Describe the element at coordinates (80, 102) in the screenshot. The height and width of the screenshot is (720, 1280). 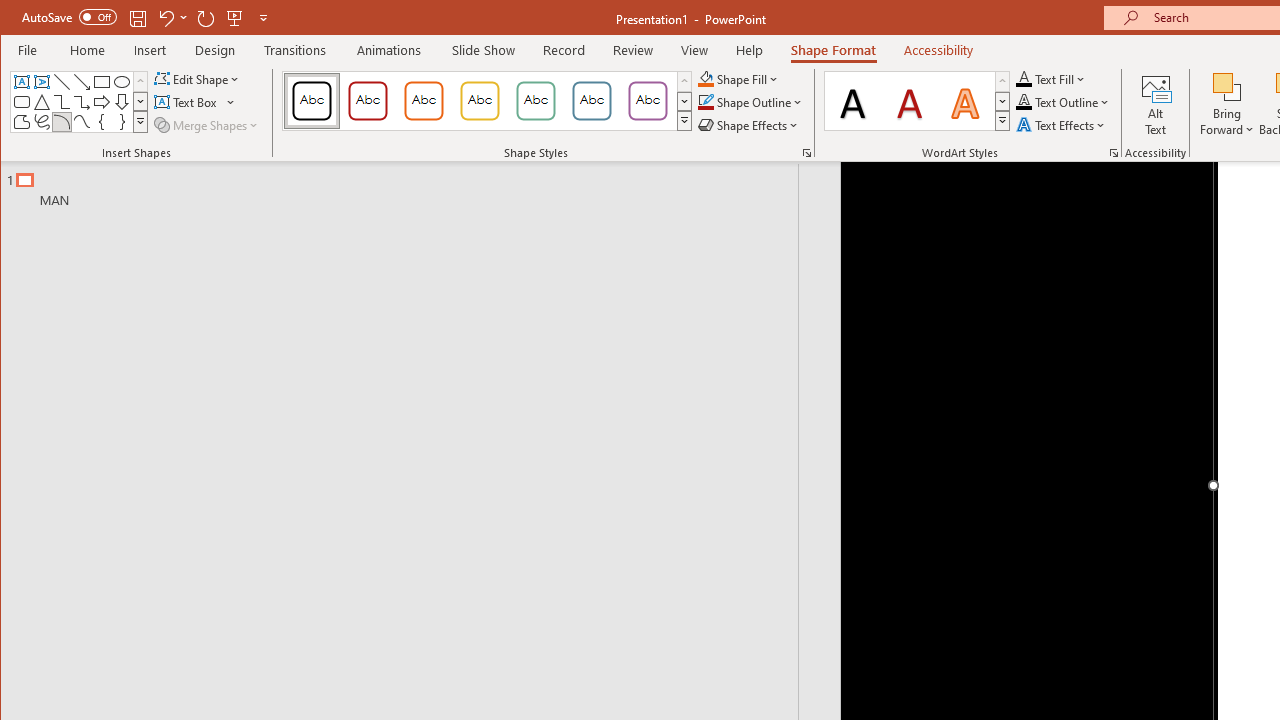
I see `'AutomationID: ShapesInsertGallery'` at that location.